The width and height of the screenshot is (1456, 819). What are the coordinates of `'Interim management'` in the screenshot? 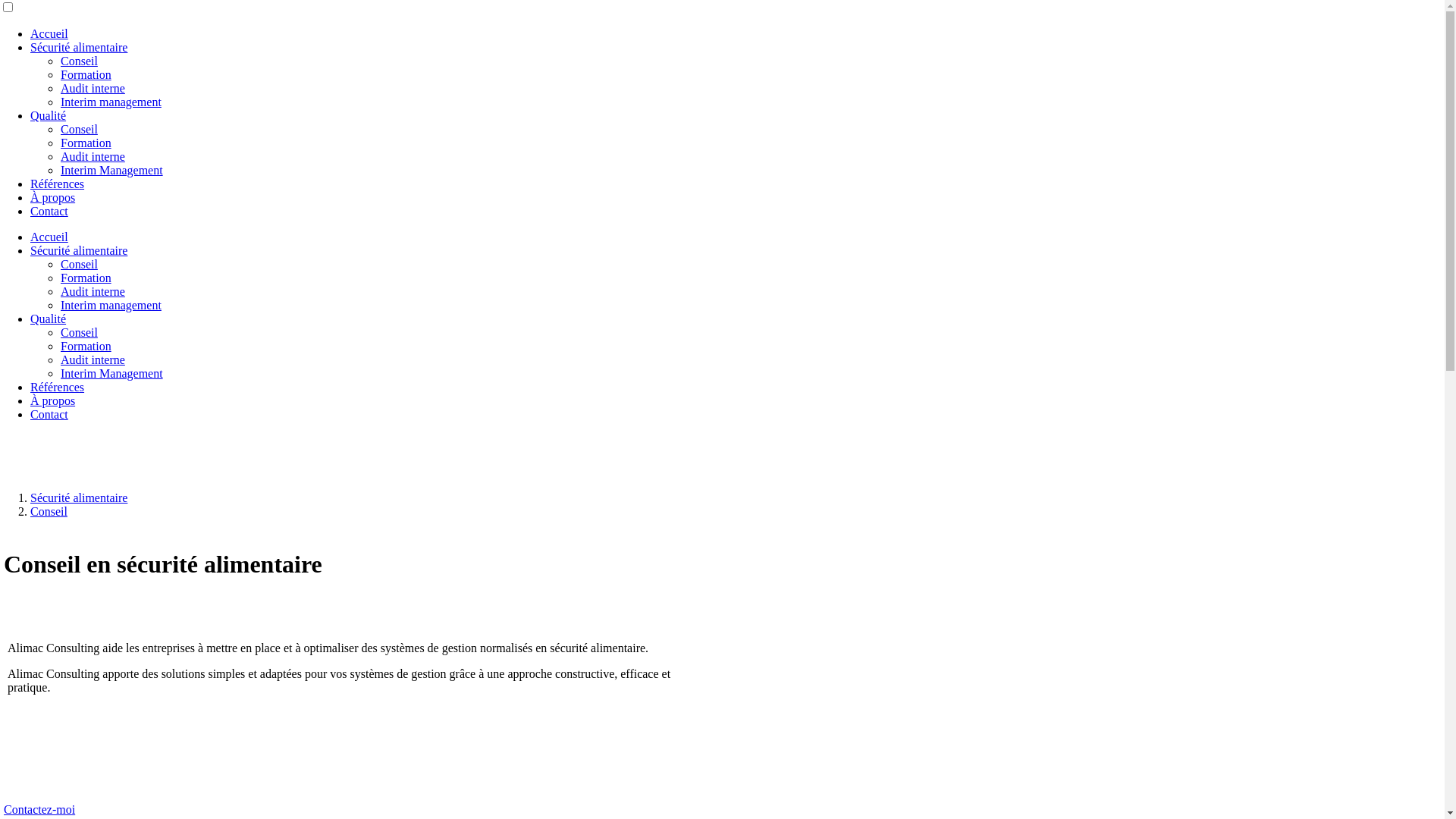 It's located at (110, 102).